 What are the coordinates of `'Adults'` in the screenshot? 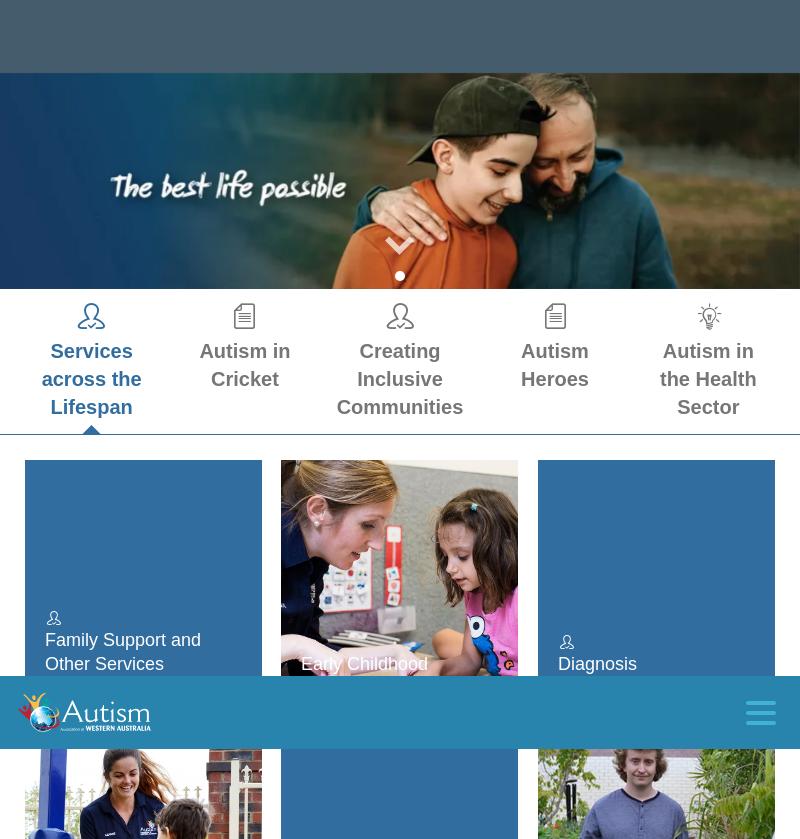 It's located at (582, 242).